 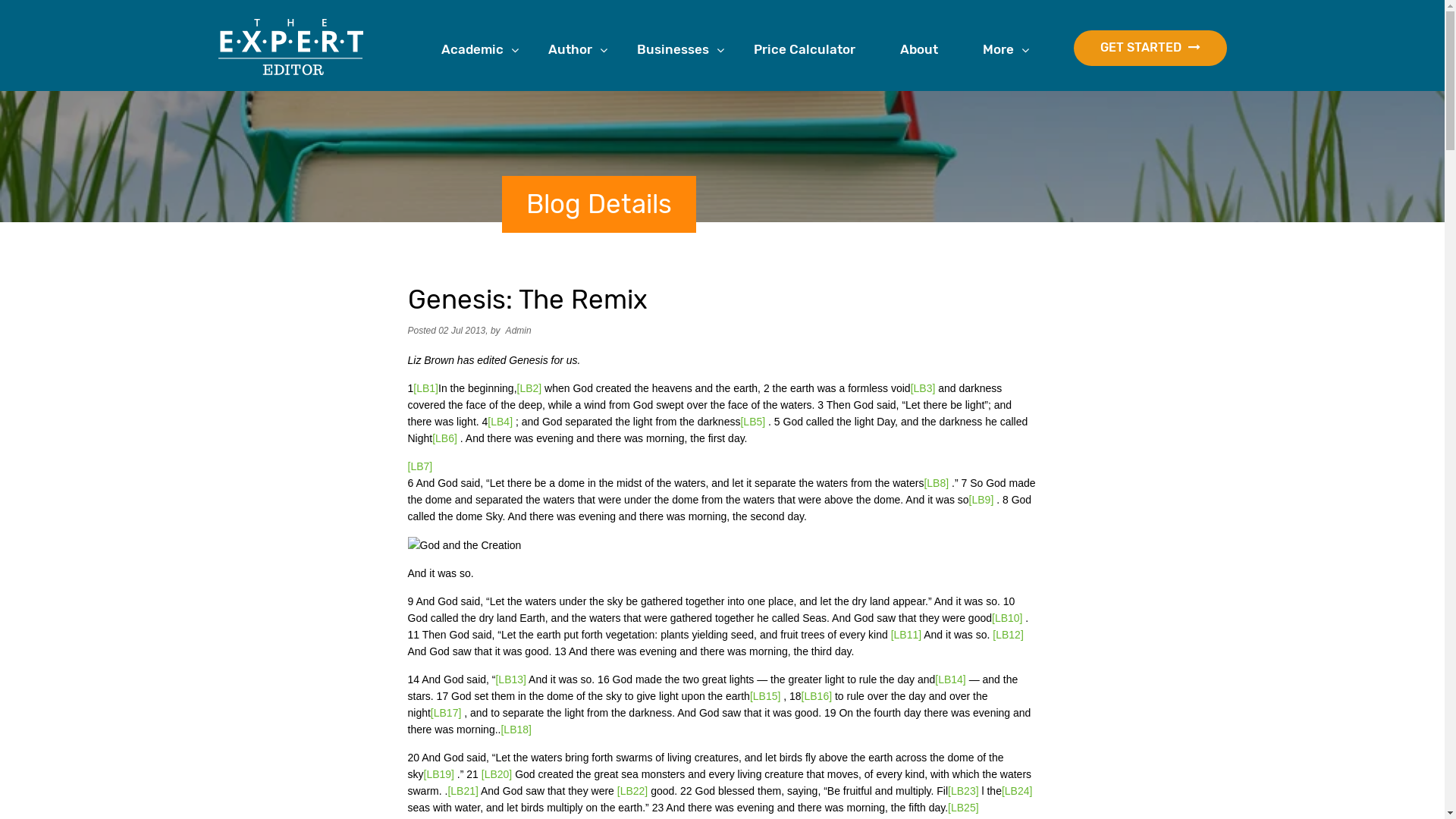 What do you see at coordinates (1150, 47) in the screenshot?
I see `'GET STARTED'` at bounding box center [1150, 47].